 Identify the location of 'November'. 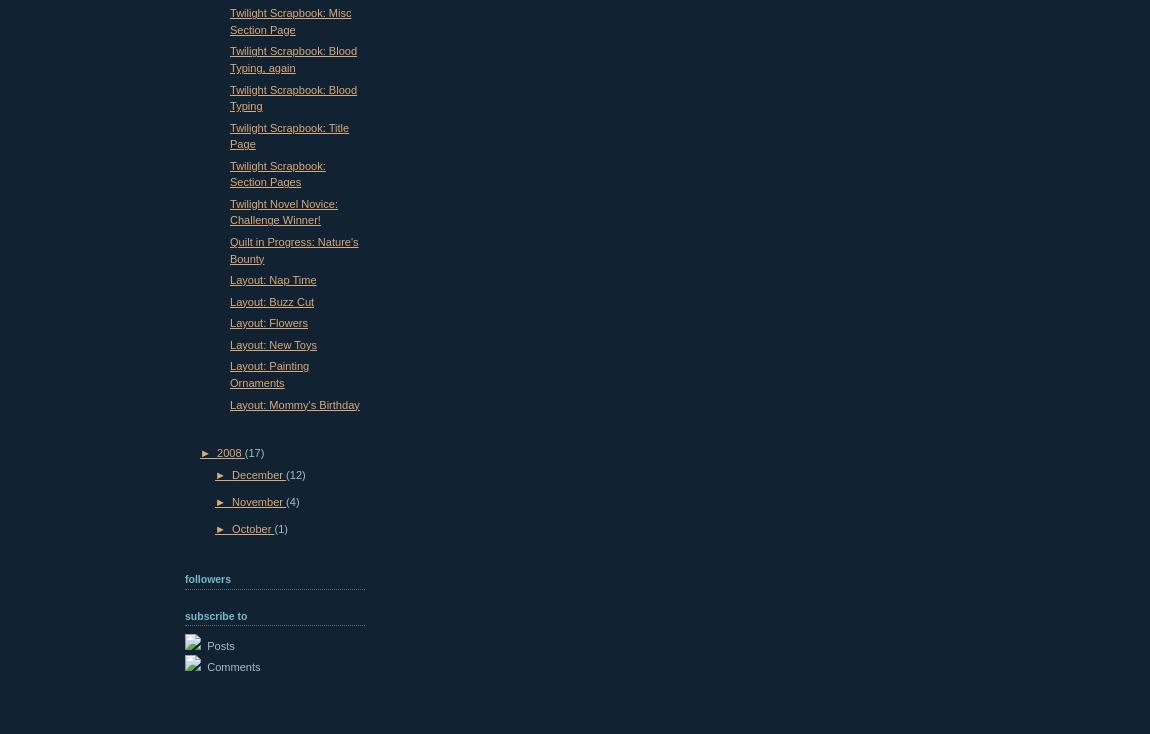
(257, 500).